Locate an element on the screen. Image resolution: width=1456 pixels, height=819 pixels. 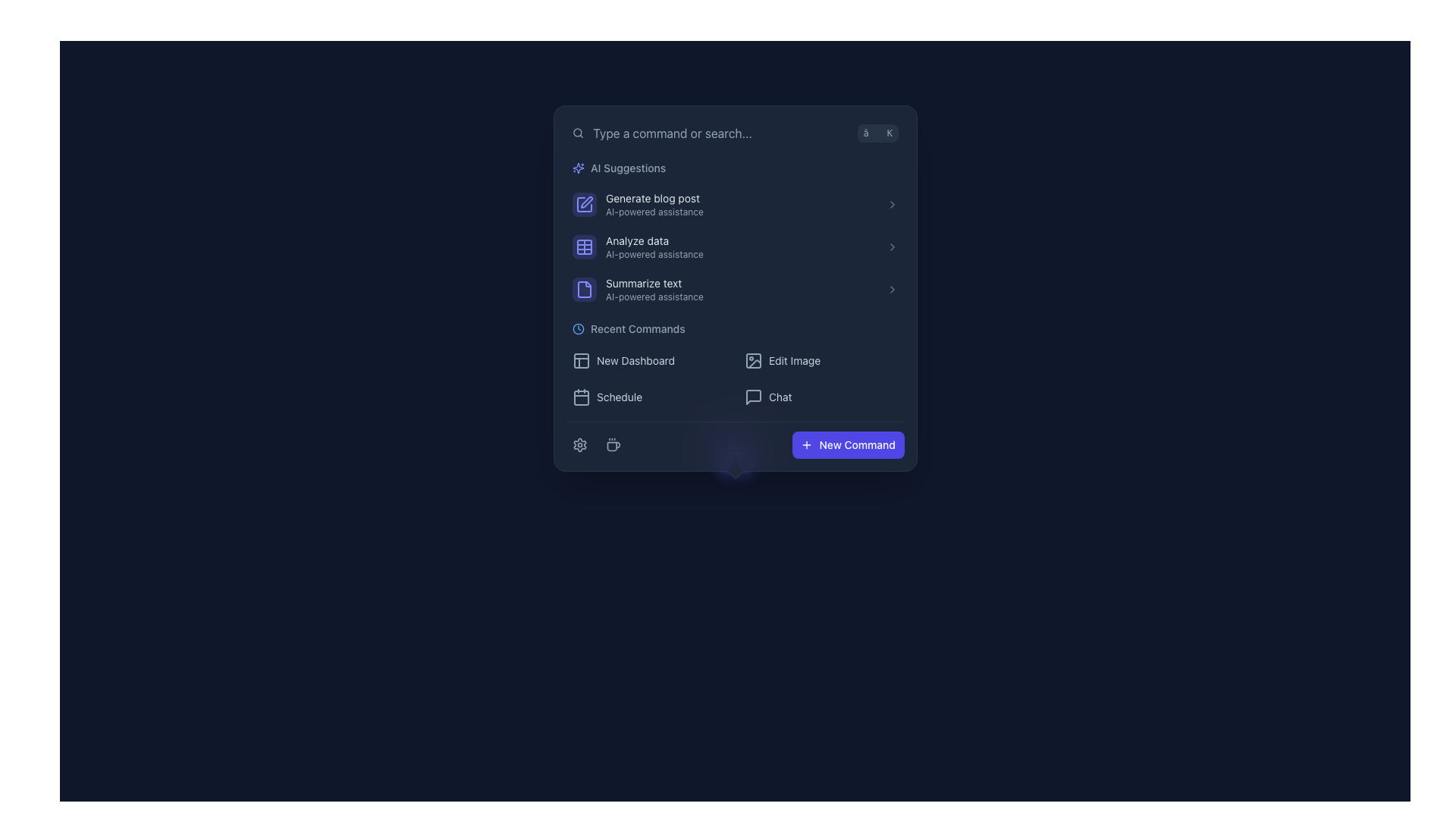
the Icon button which features a pen icon inside a square, located at the leftmost side of the 'Generate blog post' row is located at coordinates (583, 205).